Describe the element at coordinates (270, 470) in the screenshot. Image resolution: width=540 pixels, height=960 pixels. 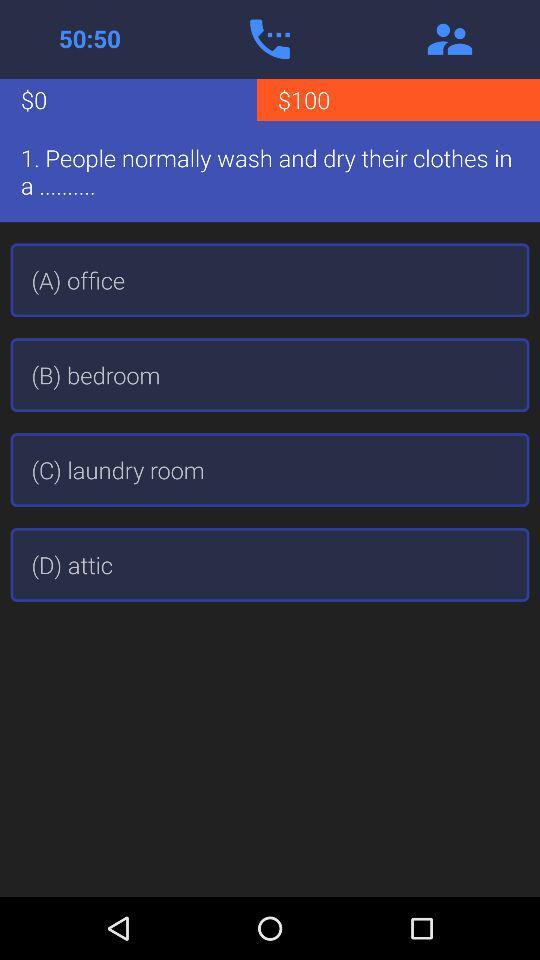
I see `the (c) laundry room item` at that location.